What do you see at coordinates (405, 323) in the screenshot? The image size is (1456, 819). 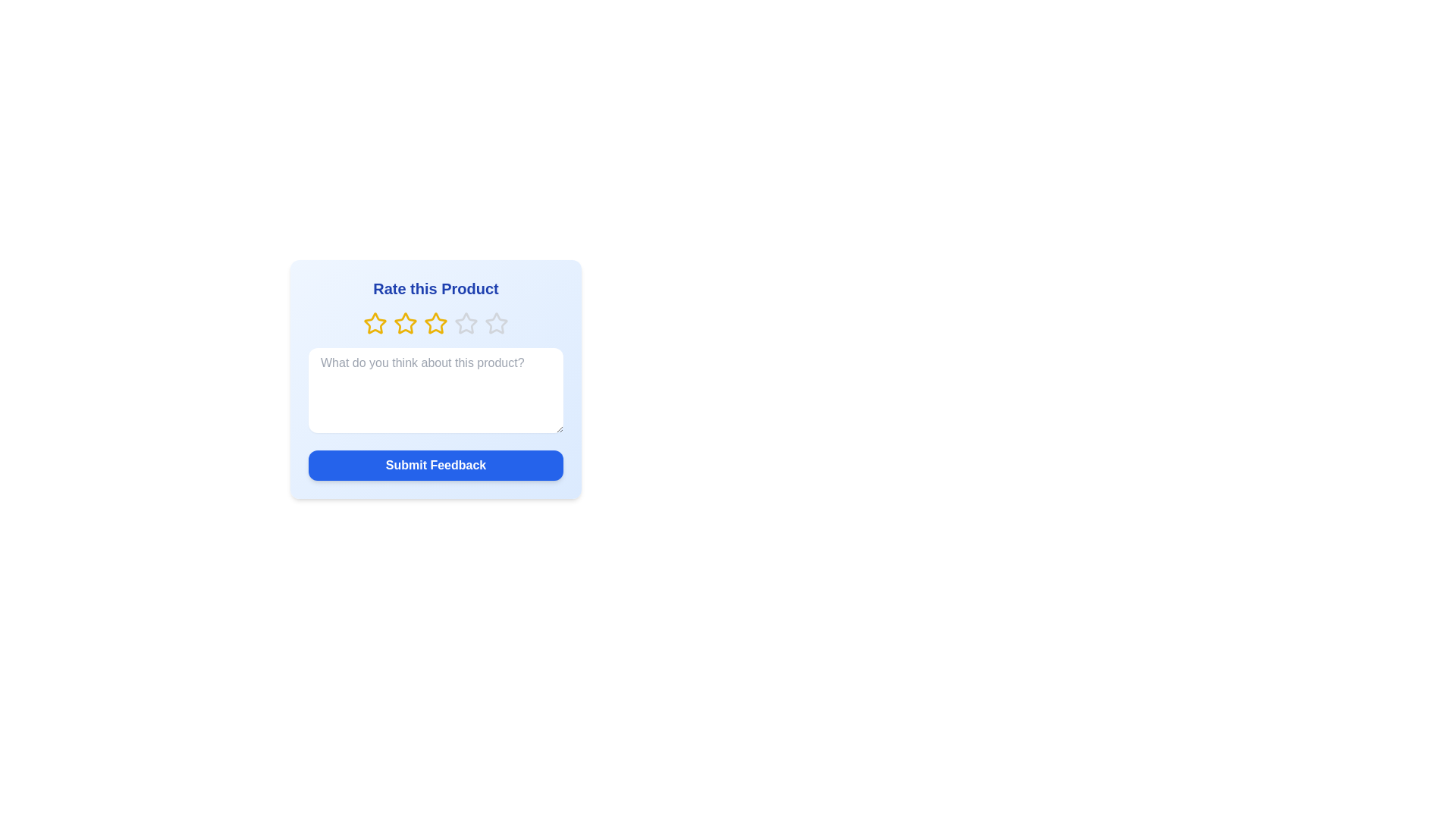 I see `the third star icon in the rating system` at bounding box center [405, 323].